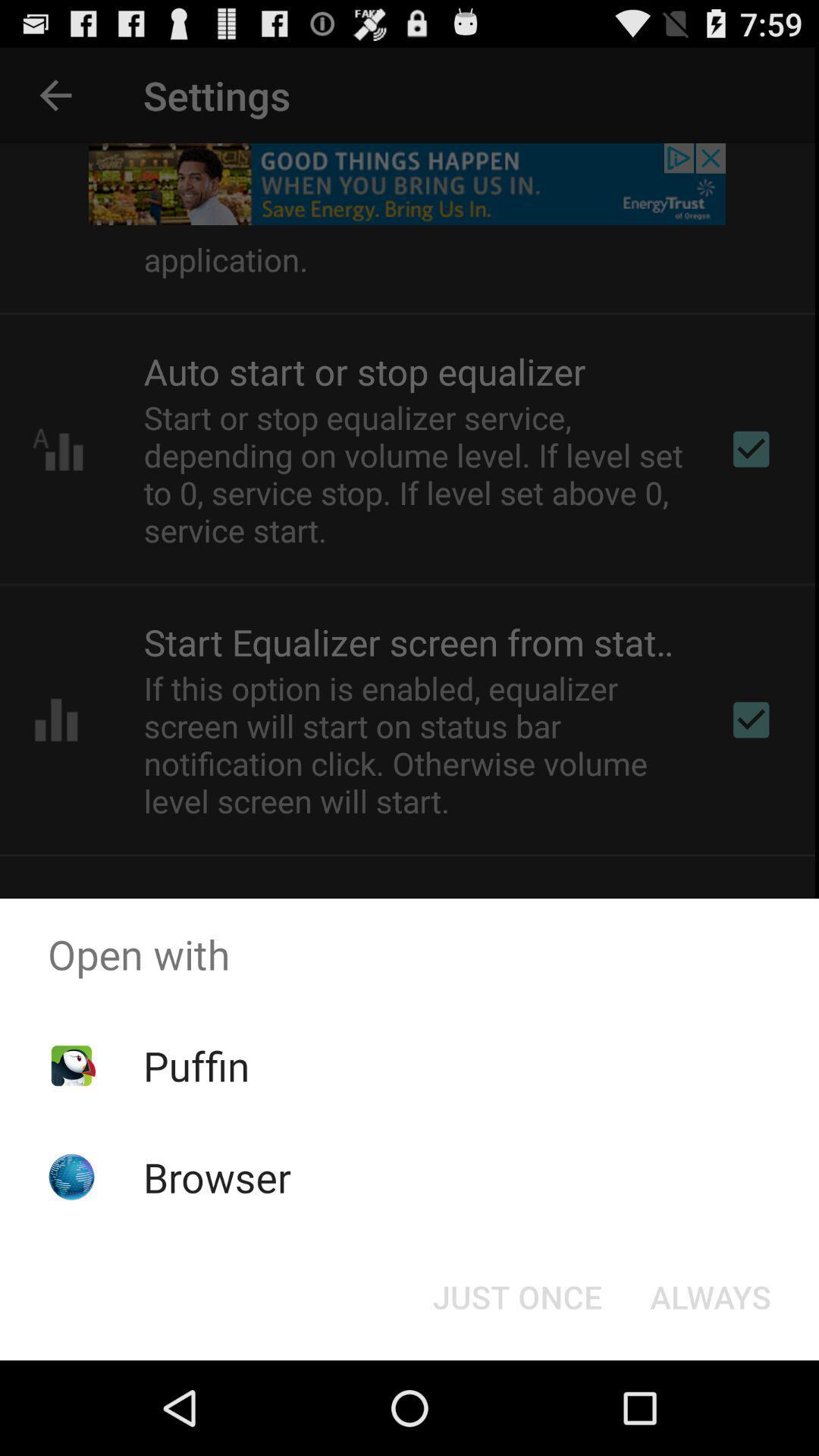 The width and height of the screenshot is (819, 1456). What do you see at coordinates (196, 1065) in the screenshot?
I see `puffin item` at bounding box center [196, 1065].